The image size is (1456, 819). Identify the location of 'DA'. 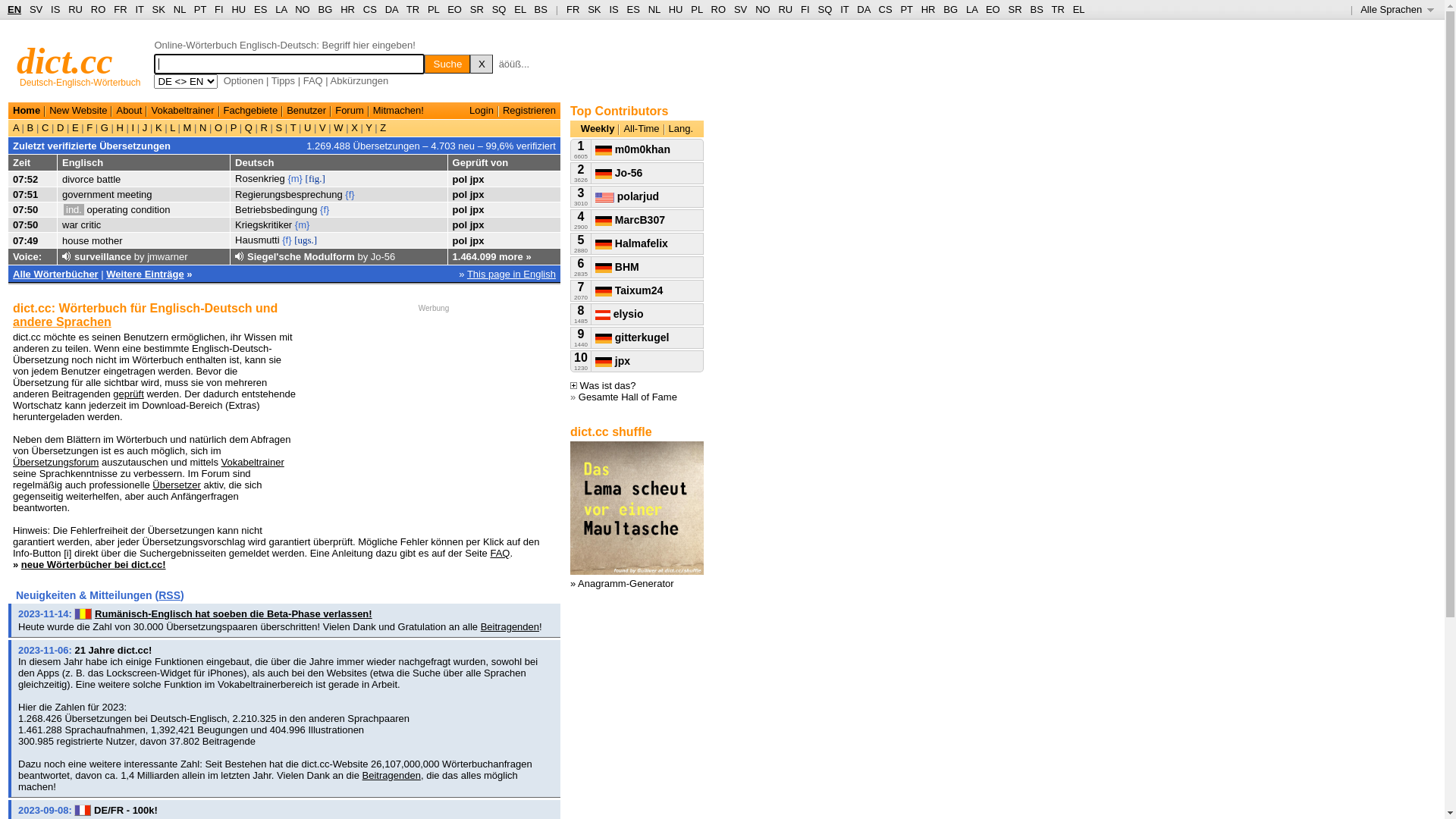
(391, 9).